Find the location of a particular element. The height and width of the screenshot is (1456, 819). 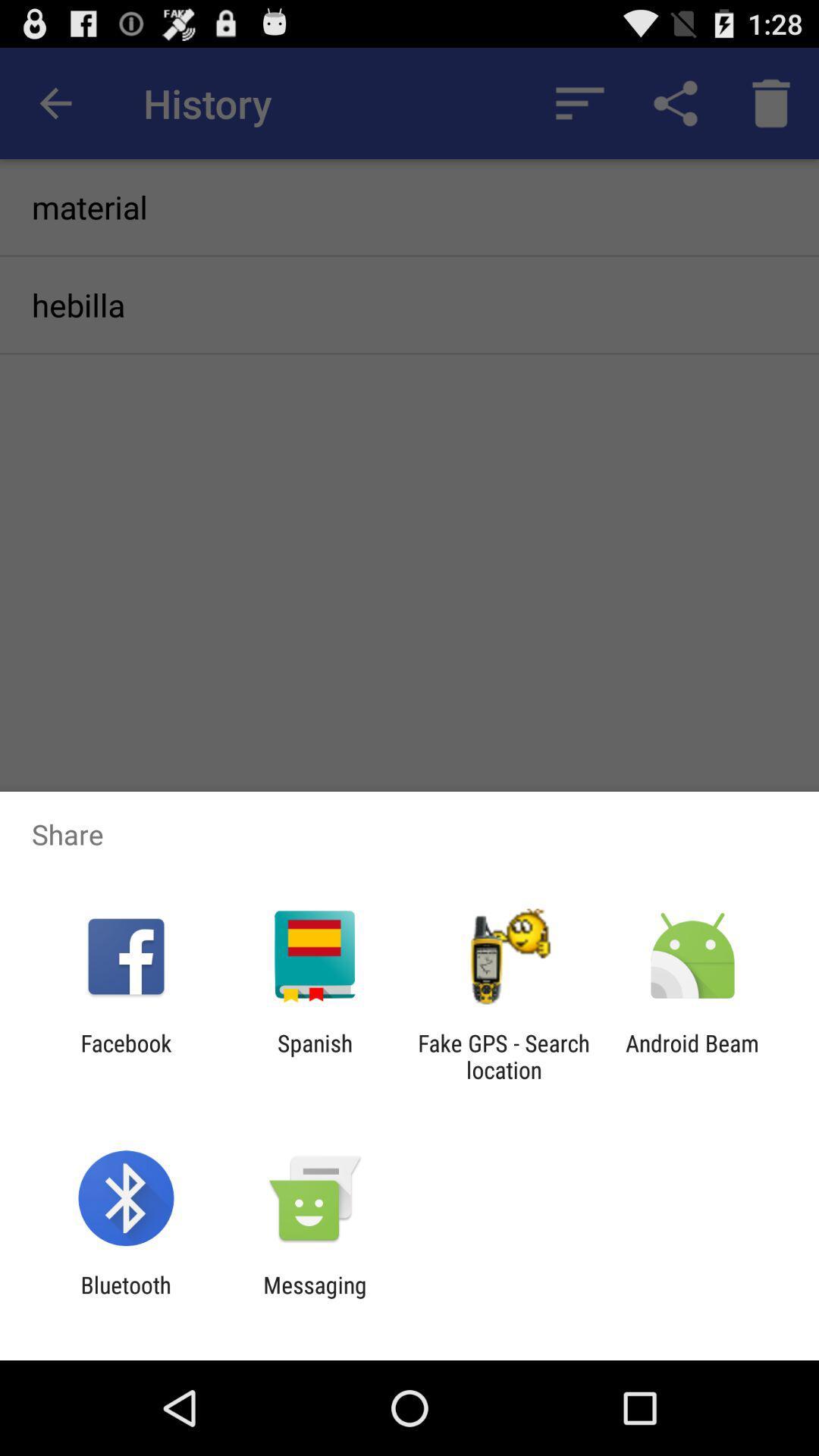

the facebook app is located at coordinates (125, 1056).